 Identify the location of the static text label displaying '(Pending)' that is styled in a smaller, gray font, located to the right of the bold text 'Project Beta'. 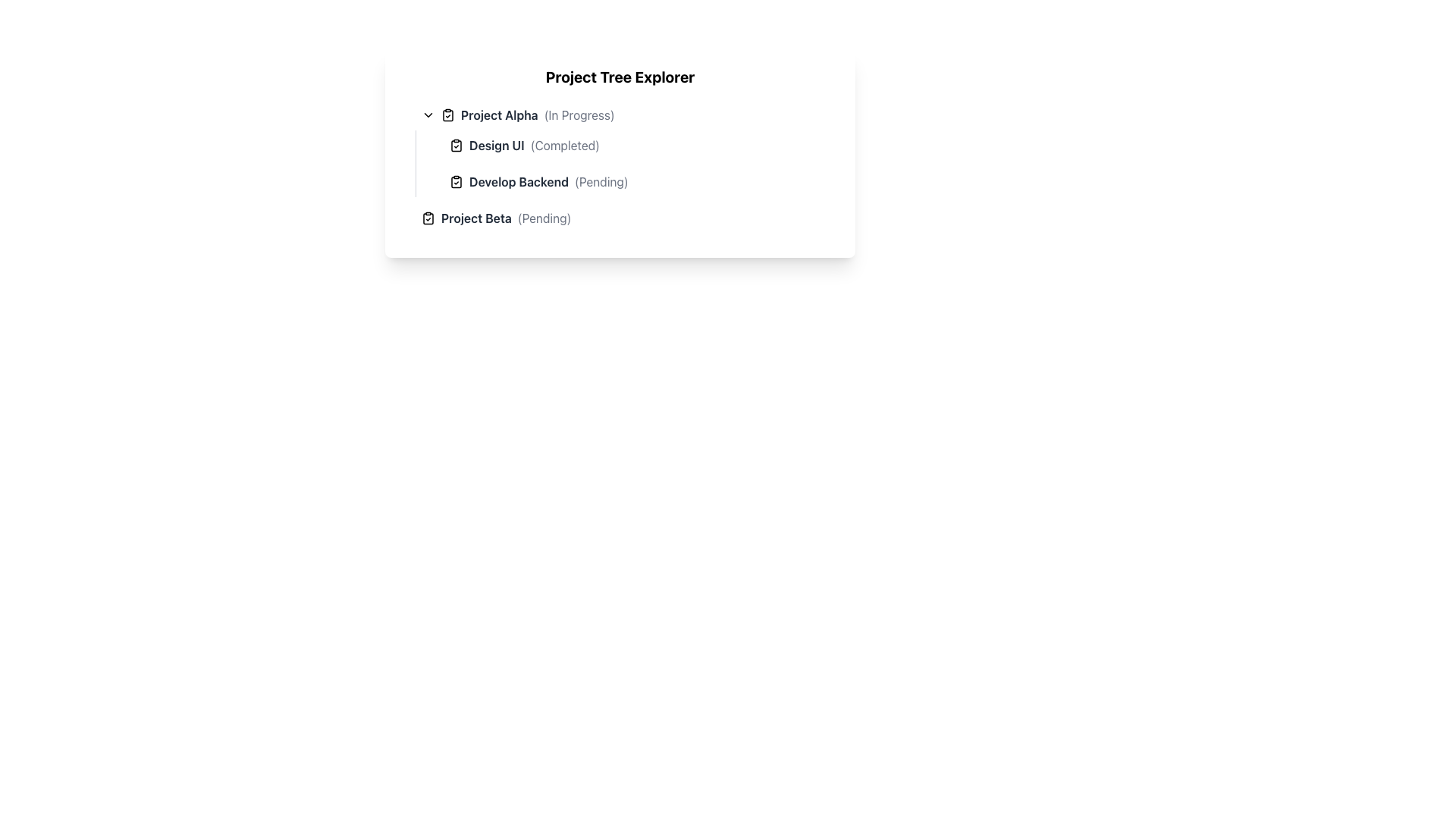
(544, 218).